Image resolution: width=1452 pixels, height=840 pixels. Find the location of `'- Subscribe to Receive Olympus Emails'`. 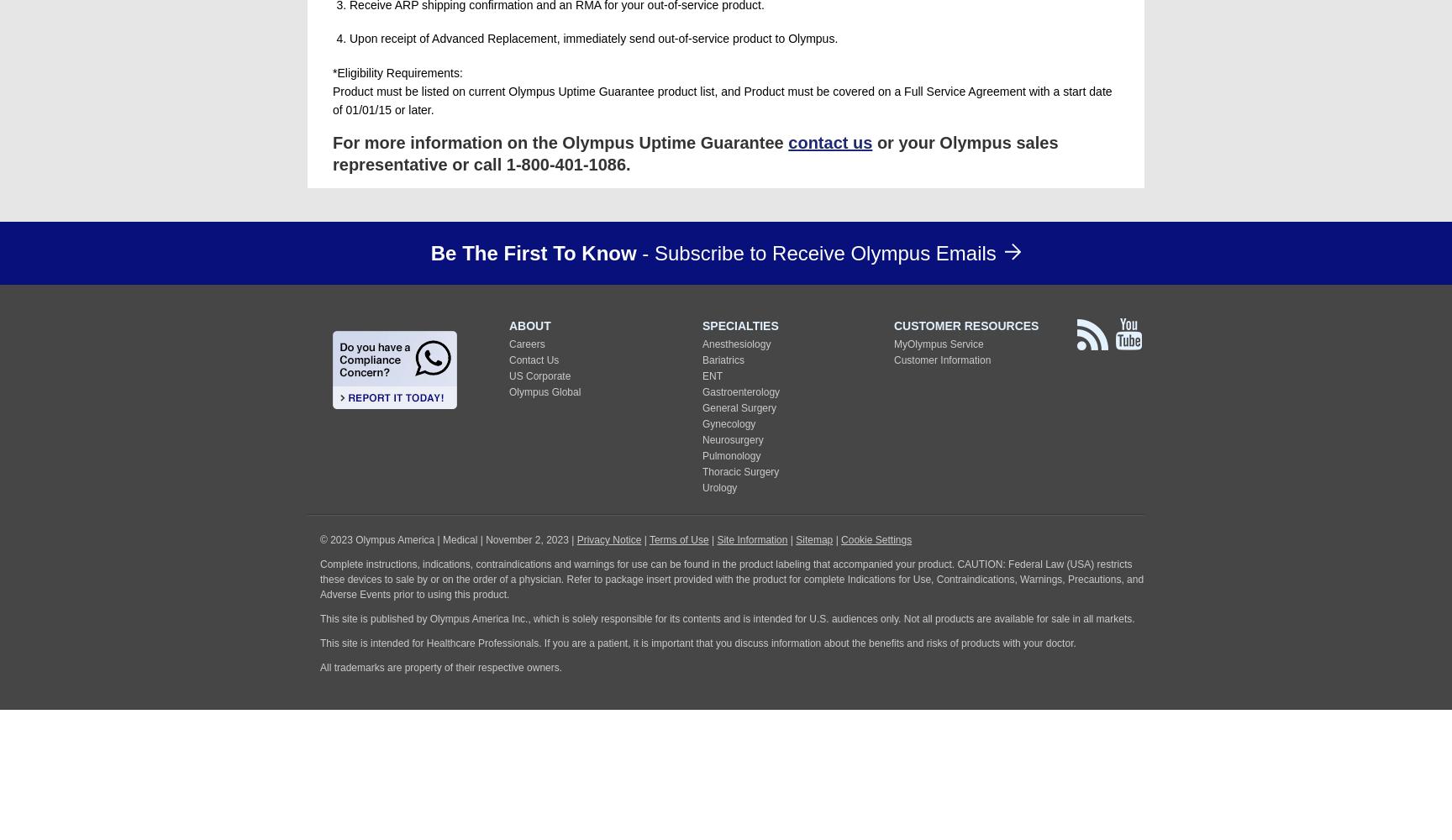

'- Subscribe to Receive Olympus Emails' is located at coordinates (815, 252).